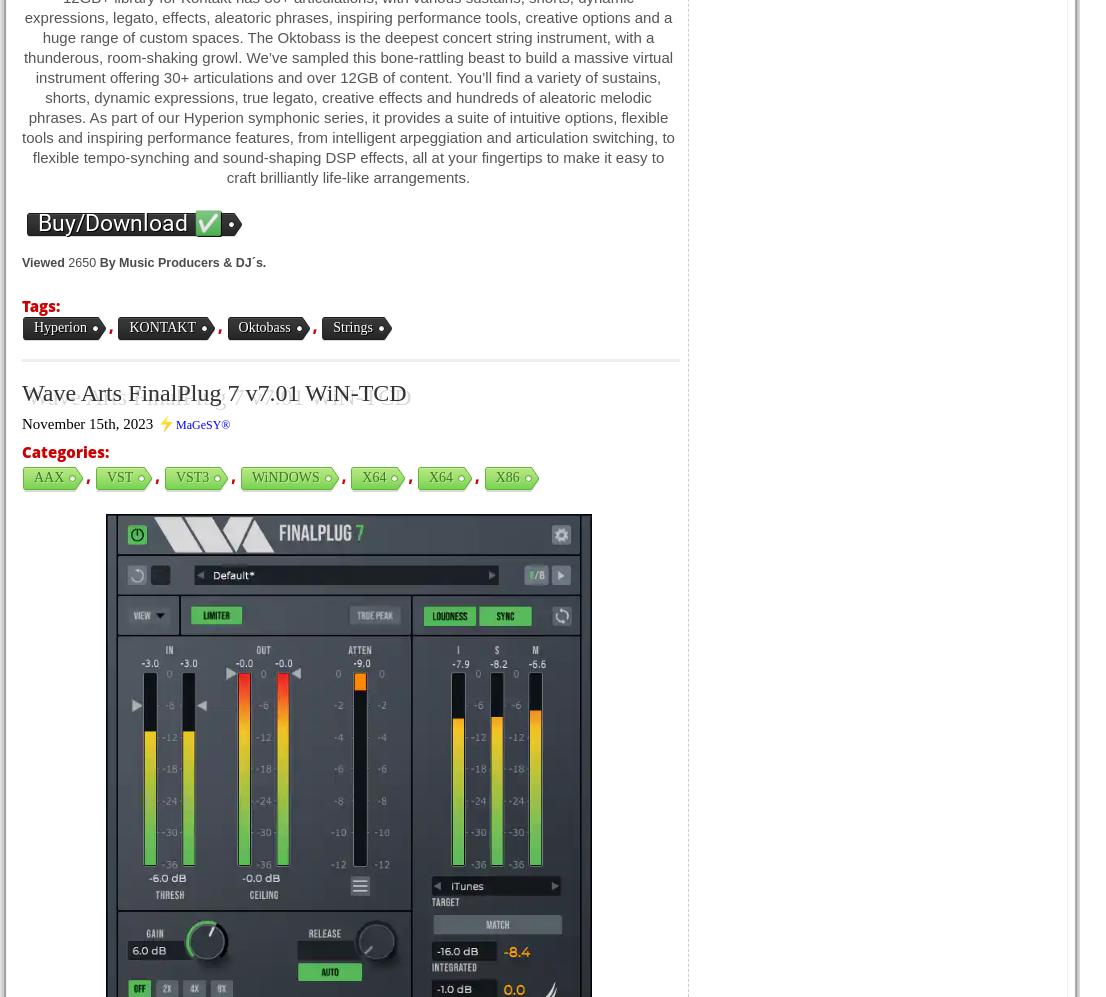 Image resolution: width=1106 pixels, height=997 pixels. Describe the element at coordinates (22, 393) in the screenshot. I see `'Wave Arts FinalPlug 7 v7.01 WiN-TCD'` at that location.